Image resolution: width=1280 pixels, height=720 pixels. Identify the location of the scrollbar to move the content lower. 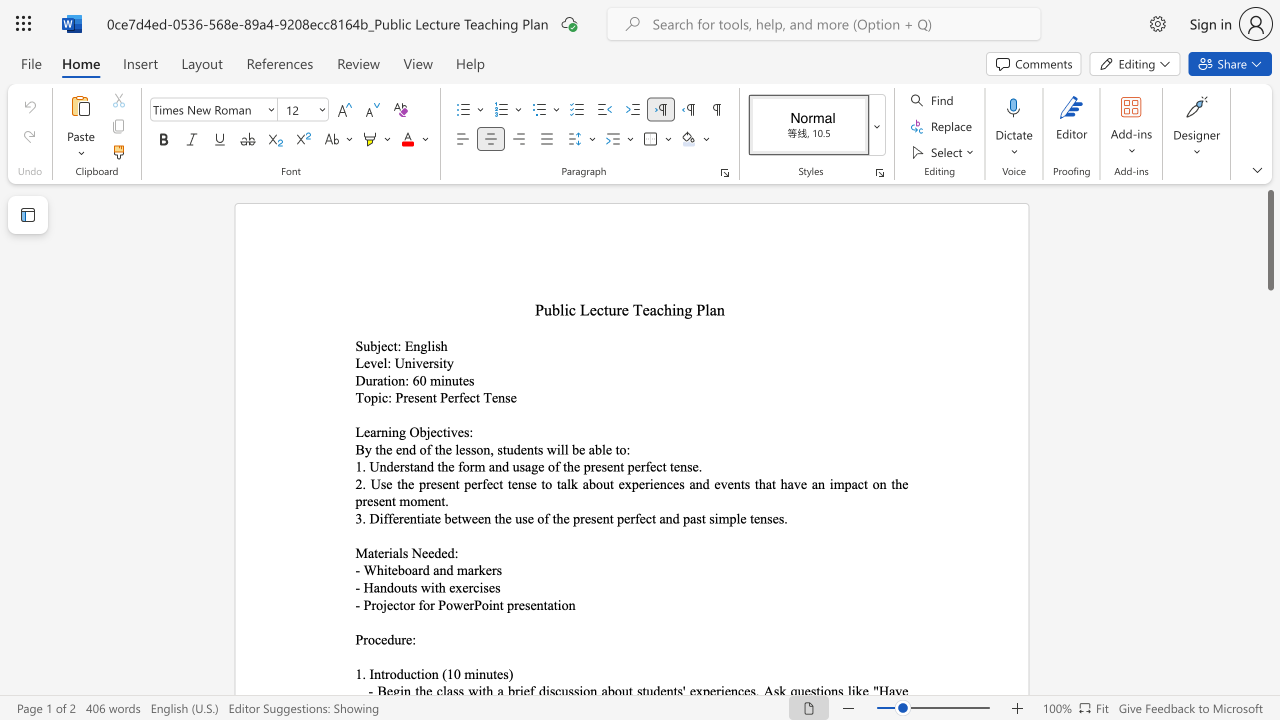
(1269, 608).